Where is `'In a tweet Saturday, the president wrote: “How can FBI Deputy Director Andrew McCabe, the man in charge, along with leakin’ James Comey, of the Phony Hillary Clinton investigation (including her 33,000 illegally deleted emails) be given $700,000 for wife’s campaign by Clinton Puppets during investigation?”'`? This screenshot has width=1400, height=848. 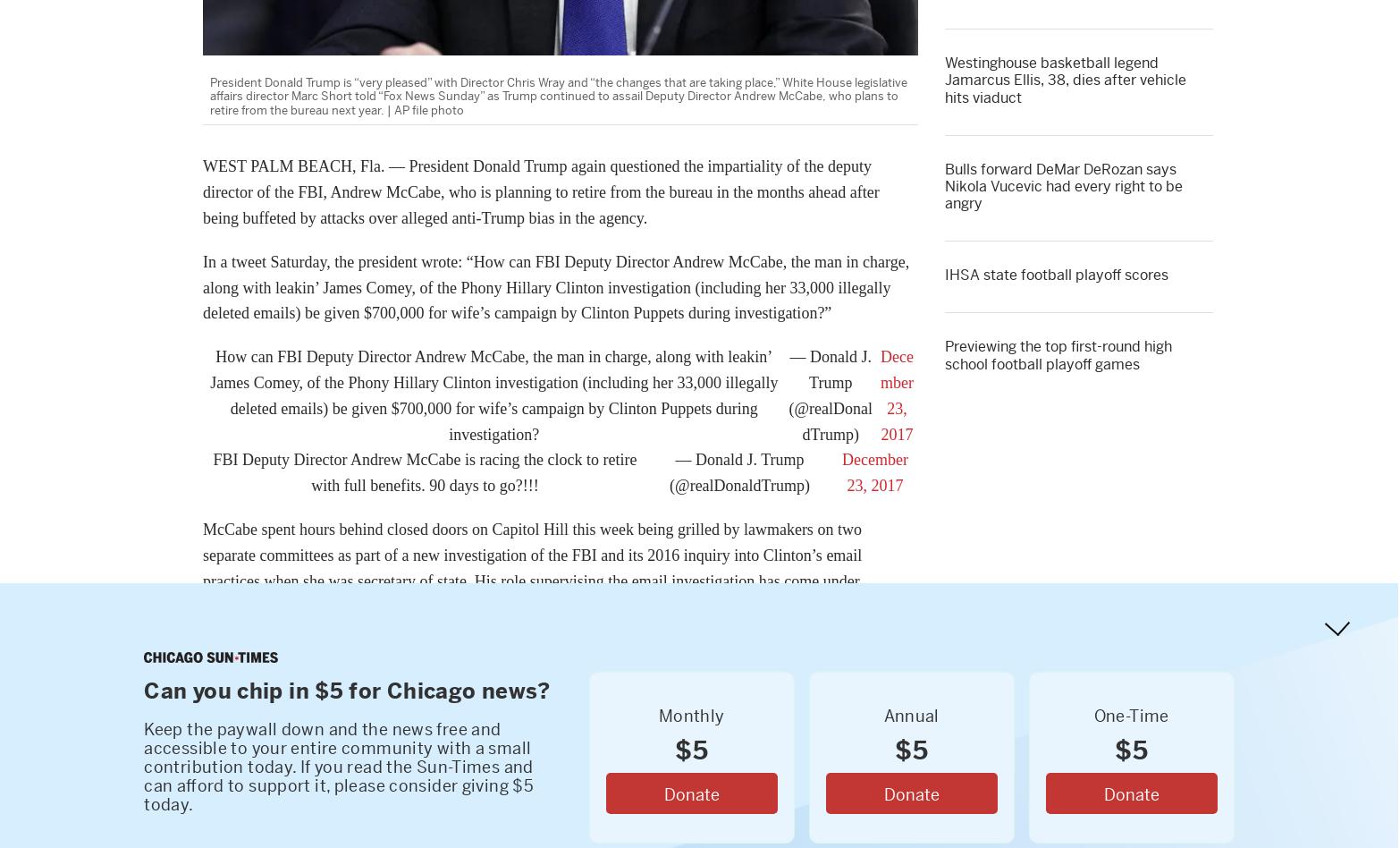
'In a tweet Saturday, the president wrote: “How can FBI Deputy Director Andrew McCabe, the man in charge, along with leakin’ James Comey, of the Phony Hillary Clinton investigation (including her 33,000 illegally deleted emails) be given $700,000 for wife’s campaign by Clinton Puppets during investigation?”' is located at coordinates (555, 286).